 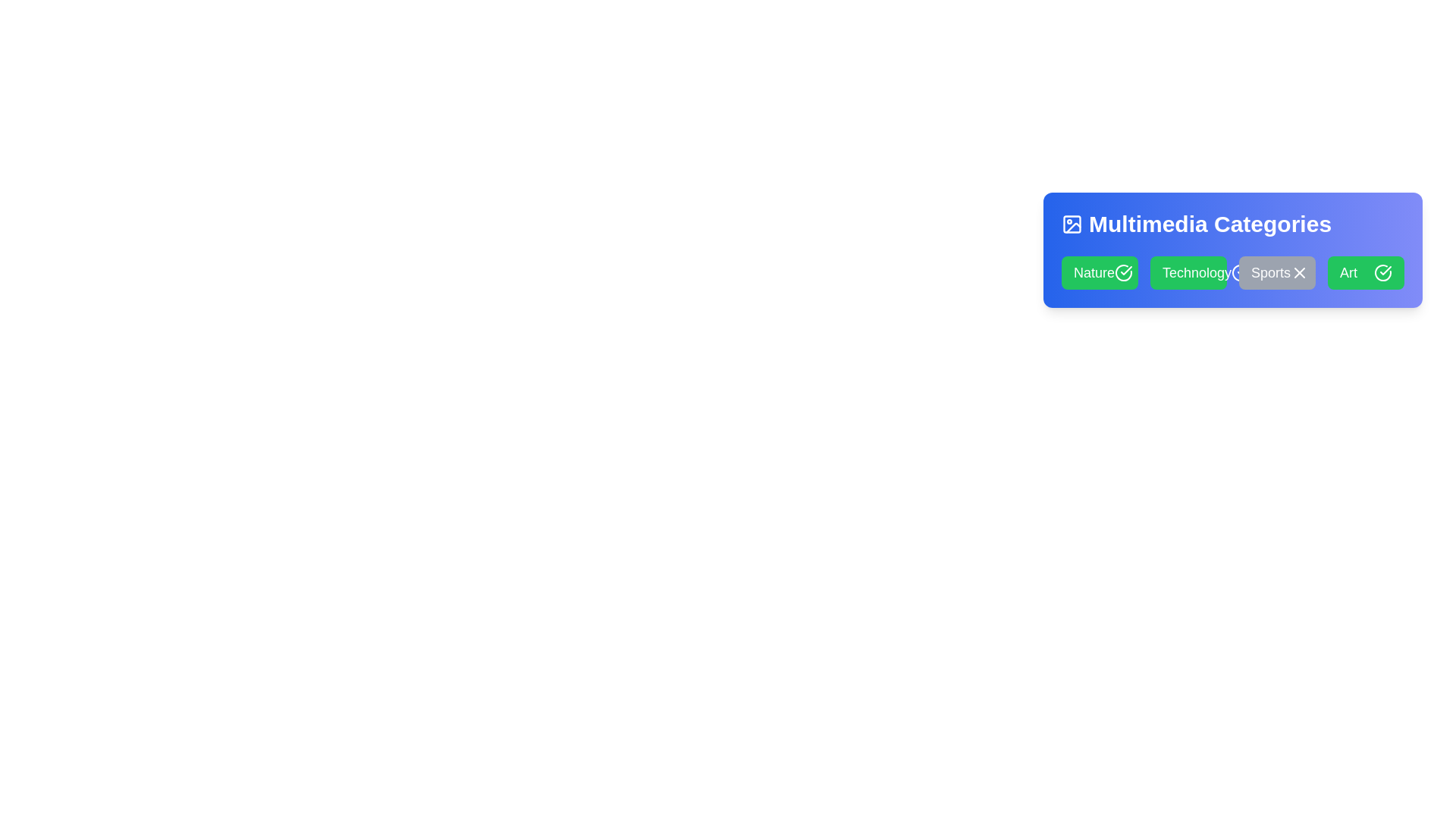 What do you see at coordinates (1270, 271) in the screenshot?
I see `the 'Sports' text label which is styled with a medium font weight and large size, located within a gray rounded rectangle button in the blue 'Multimedia Categories' panel` at bounding box center [1270, 271].